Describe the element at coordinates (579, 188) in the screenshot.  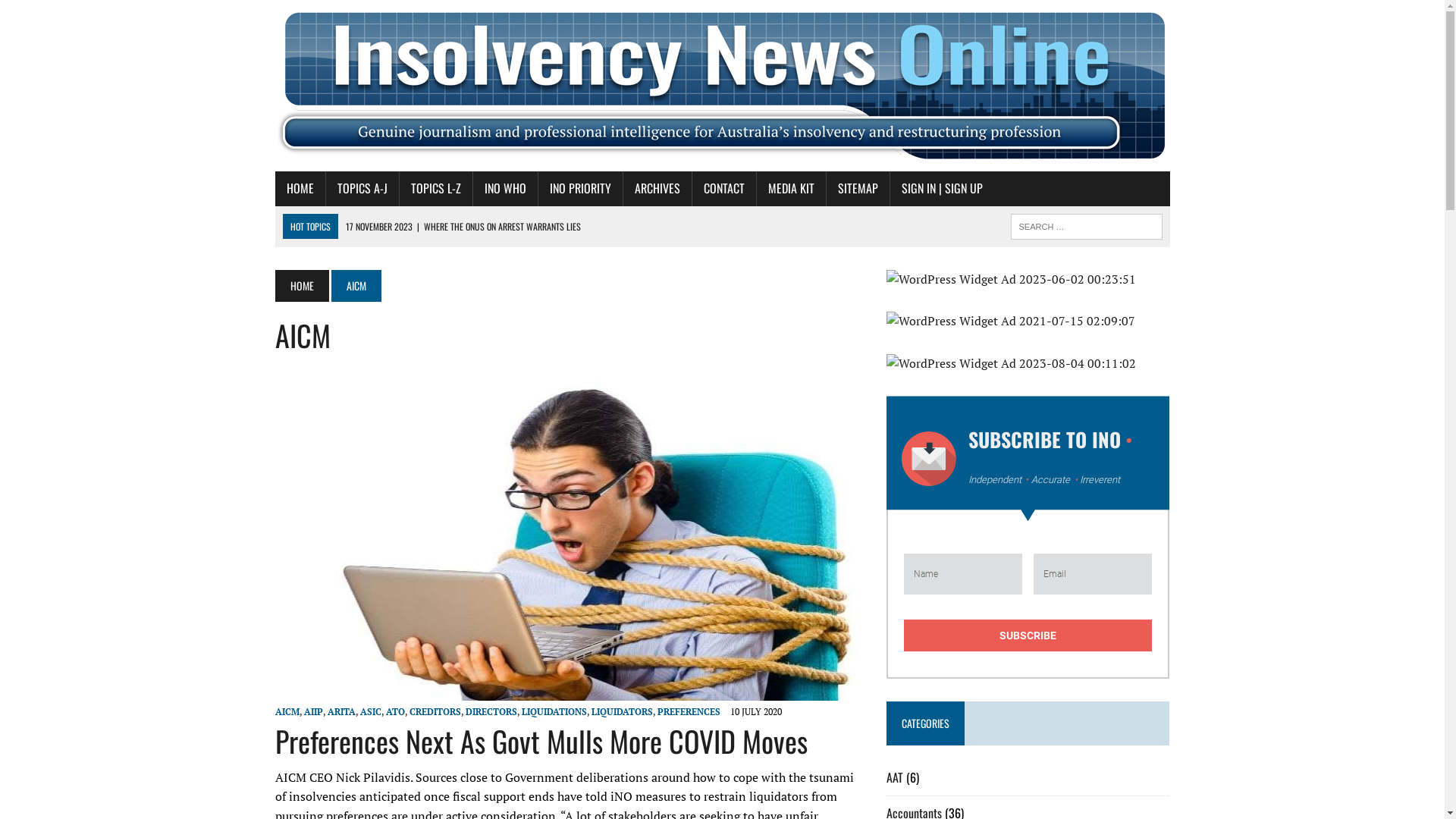
I see `'INO PRIORITY'` at that location.